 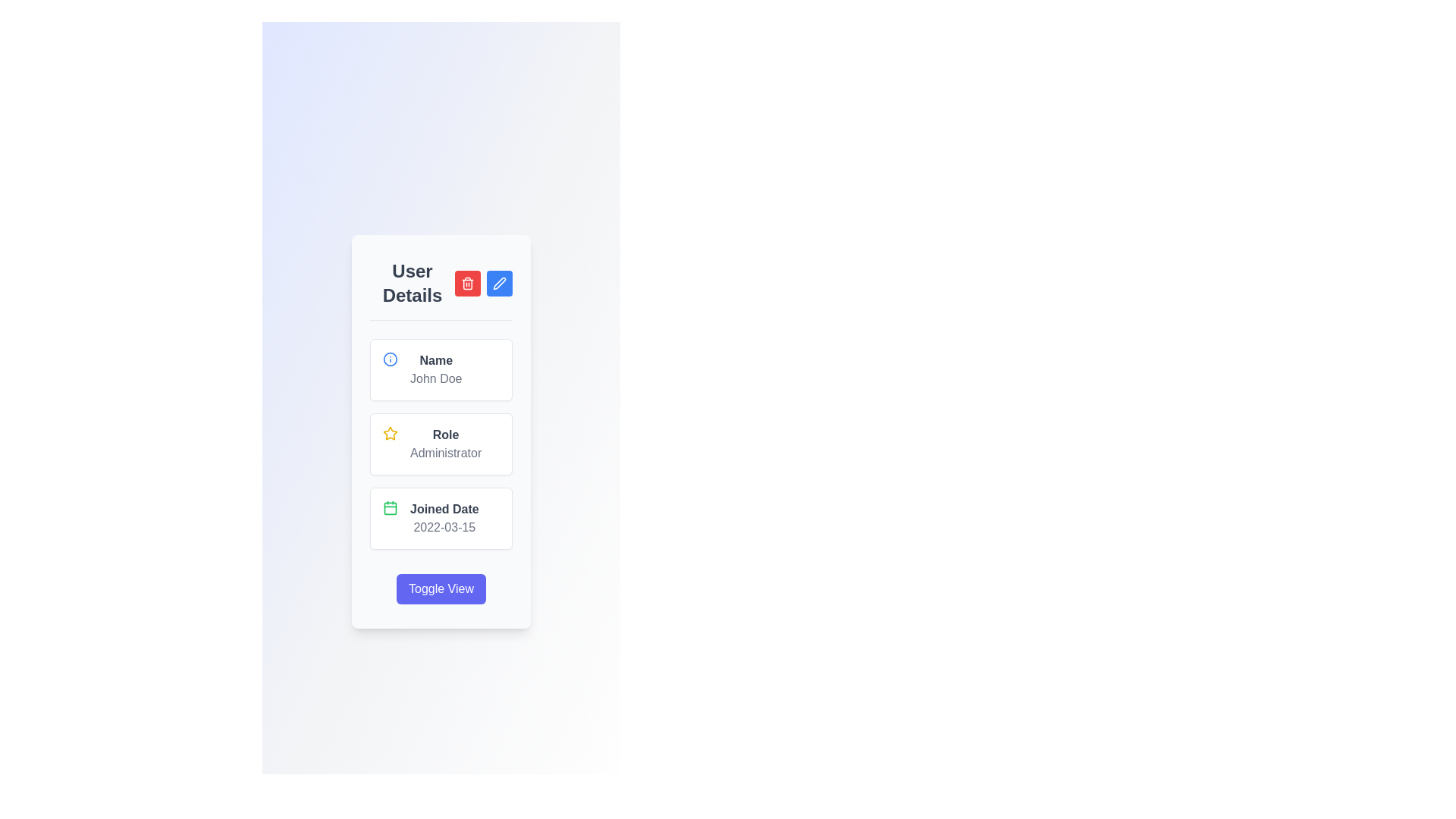 I want to click on the delete button located in the 'User Details' card, positioned to the left of a blue pencil icon button, so click(x=467, y=283).